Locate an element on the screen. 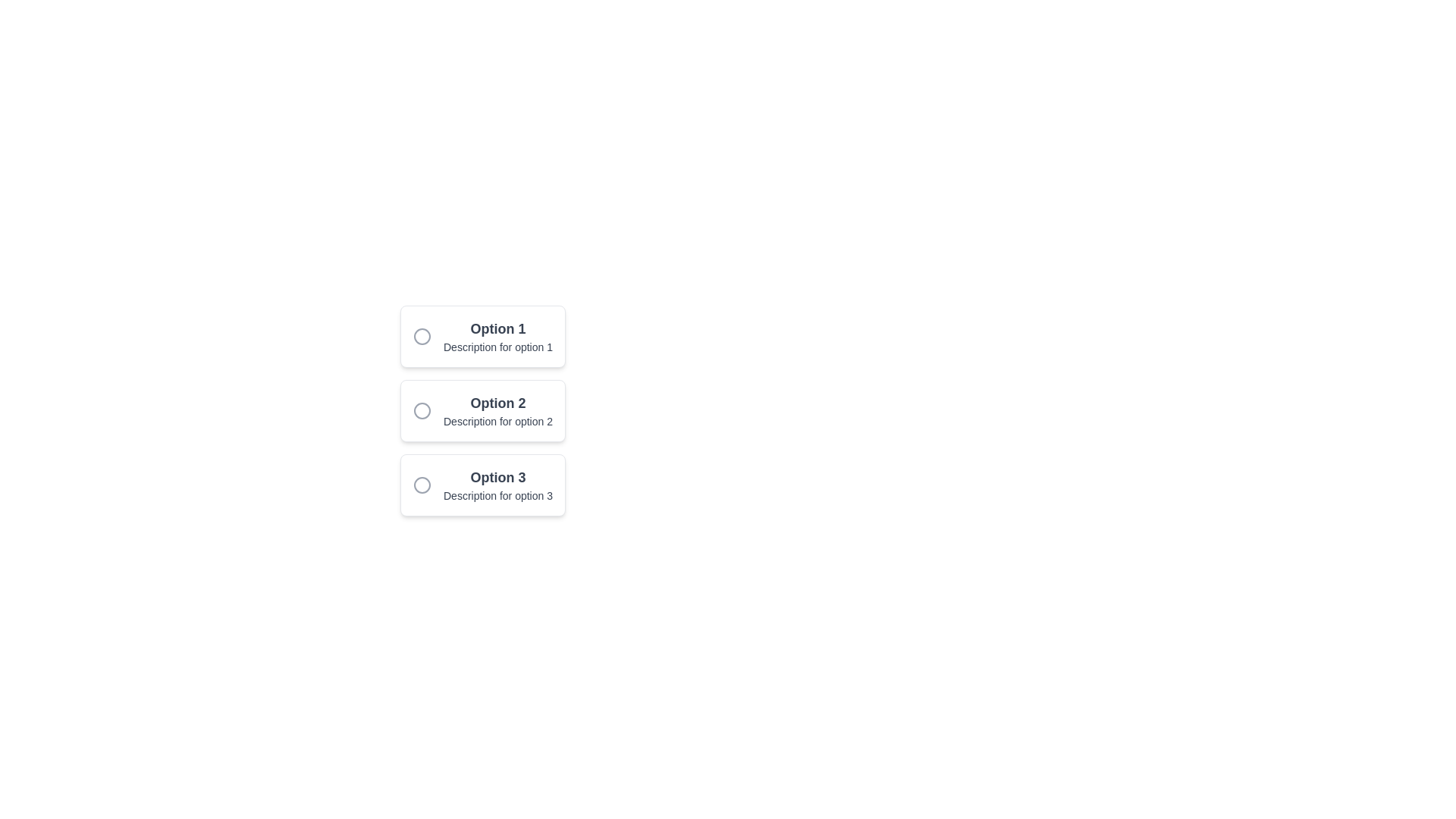 The image size is (1456, 819). the text label element that displays 'Description for option 2', which is located directly below the bold 'Option 2' is located at coordinates (498, 421).